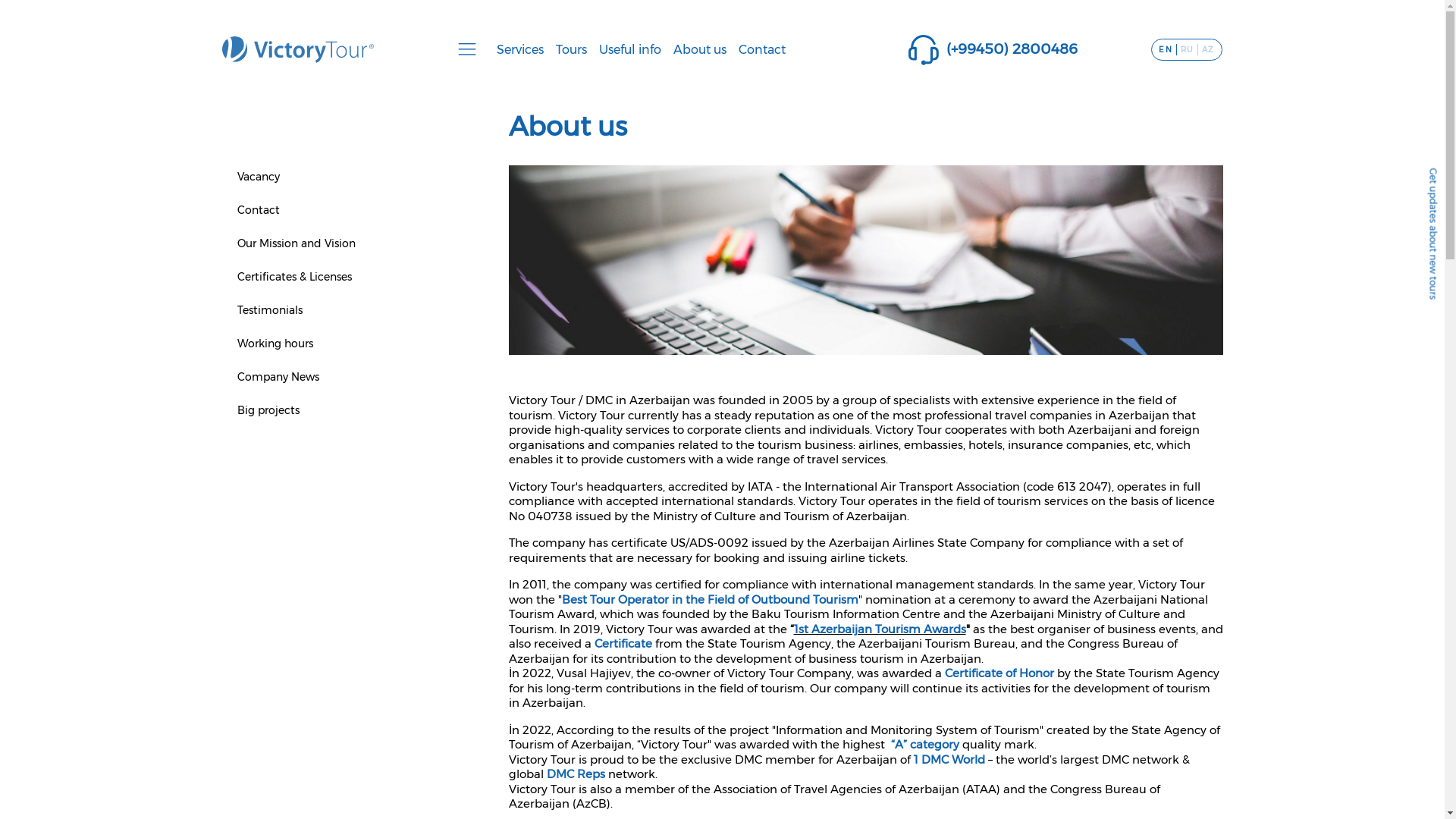  Describe the element at coordinates (293, 277) in the screenshot. I see `'Certificates & Licenses'` at that location.